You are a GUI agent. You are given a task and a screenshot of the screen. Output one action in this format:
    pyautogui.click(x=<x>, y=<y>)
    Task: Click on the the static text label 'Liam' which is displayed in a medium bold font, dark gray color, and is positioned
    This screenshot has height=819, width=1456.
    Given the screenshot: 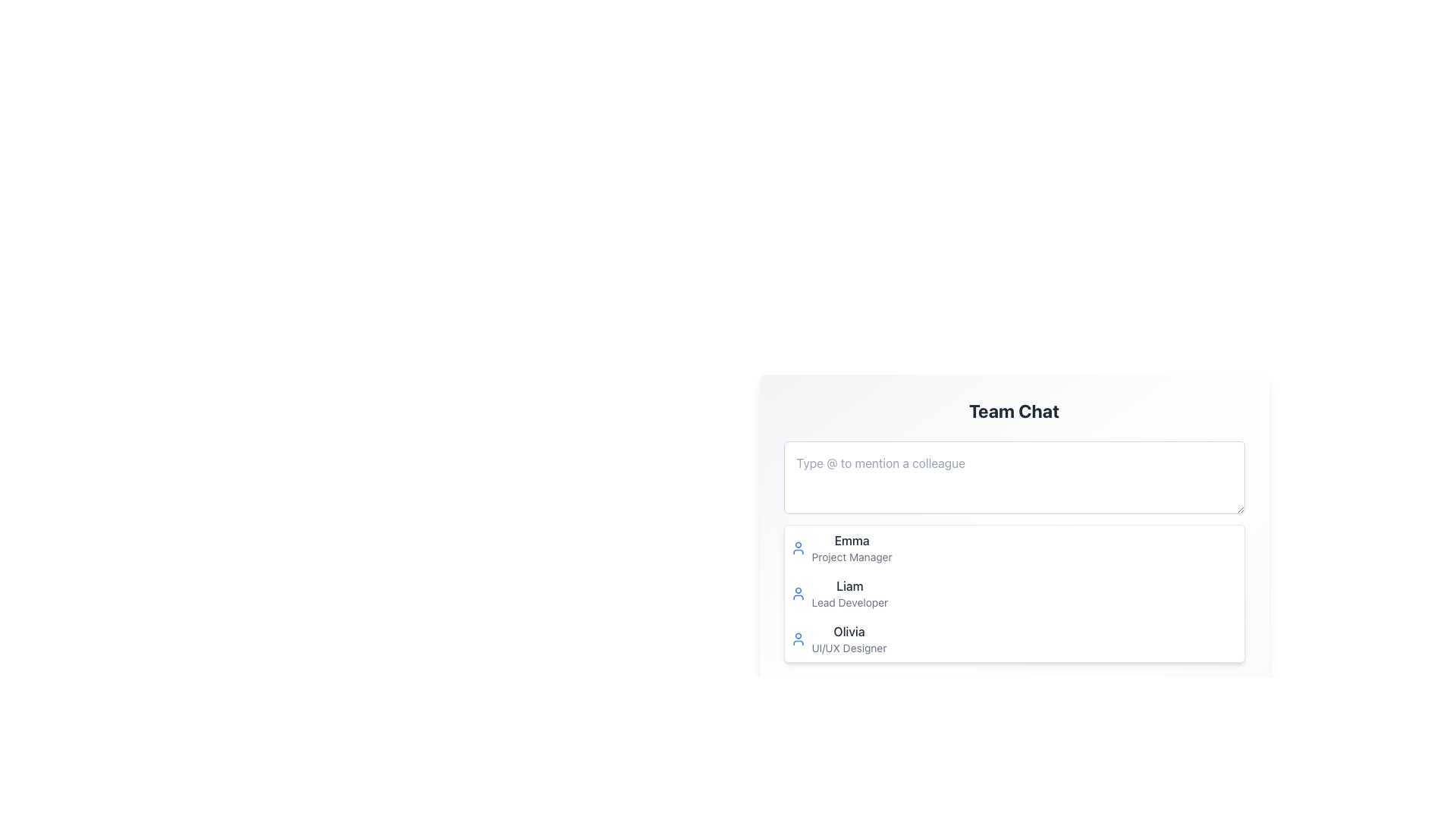 What is the action you would take?
    pyautogui.click(x=848, y=585)
    